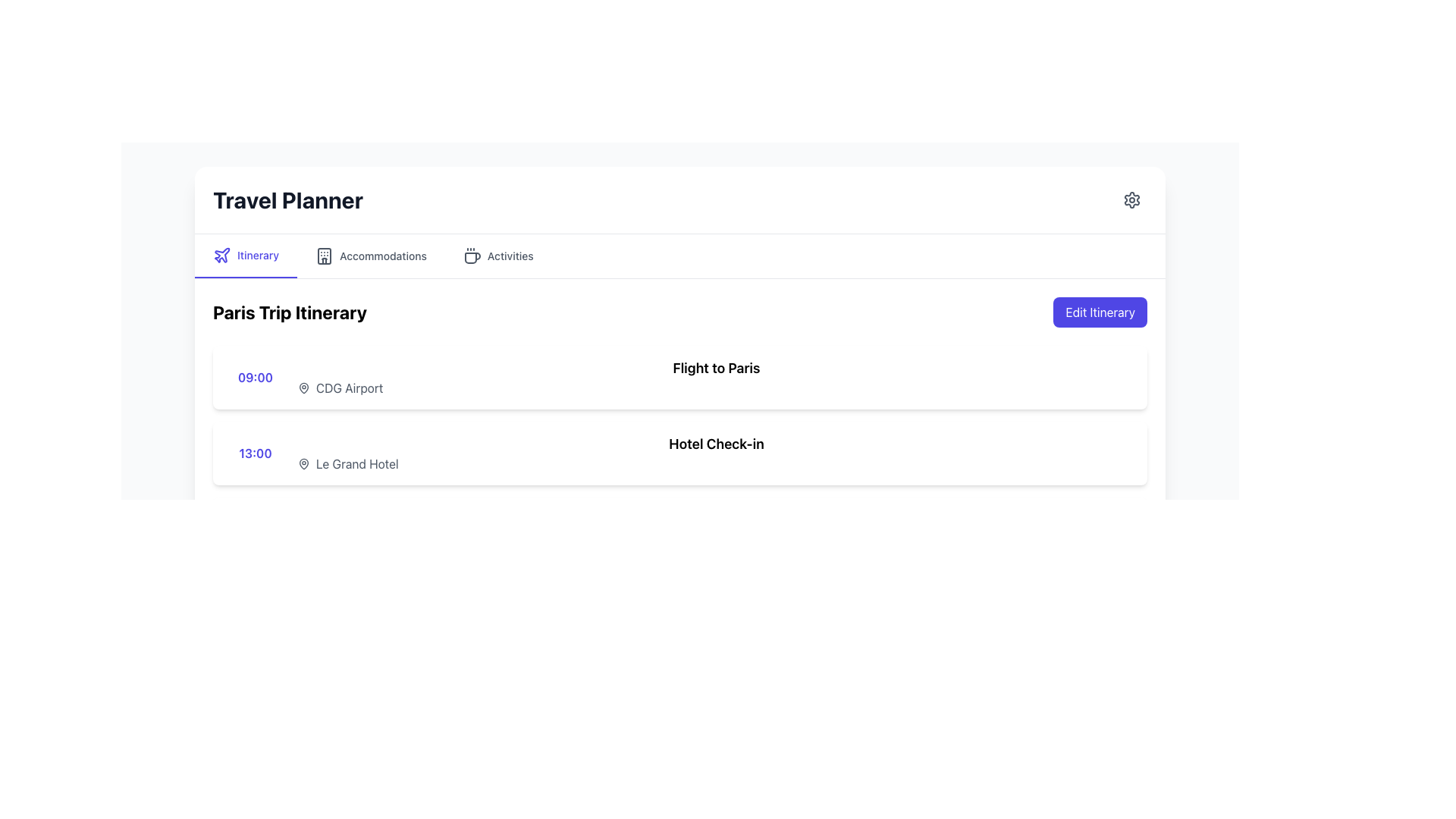  What do you see at coordinates (679, 376) in the screenshot?
I see `the first list item in the 'Paris Trip Itinerary' section that details a scheduled flight to Paris, which includes the departure time '09:00'` at bounding box center [679, 376].